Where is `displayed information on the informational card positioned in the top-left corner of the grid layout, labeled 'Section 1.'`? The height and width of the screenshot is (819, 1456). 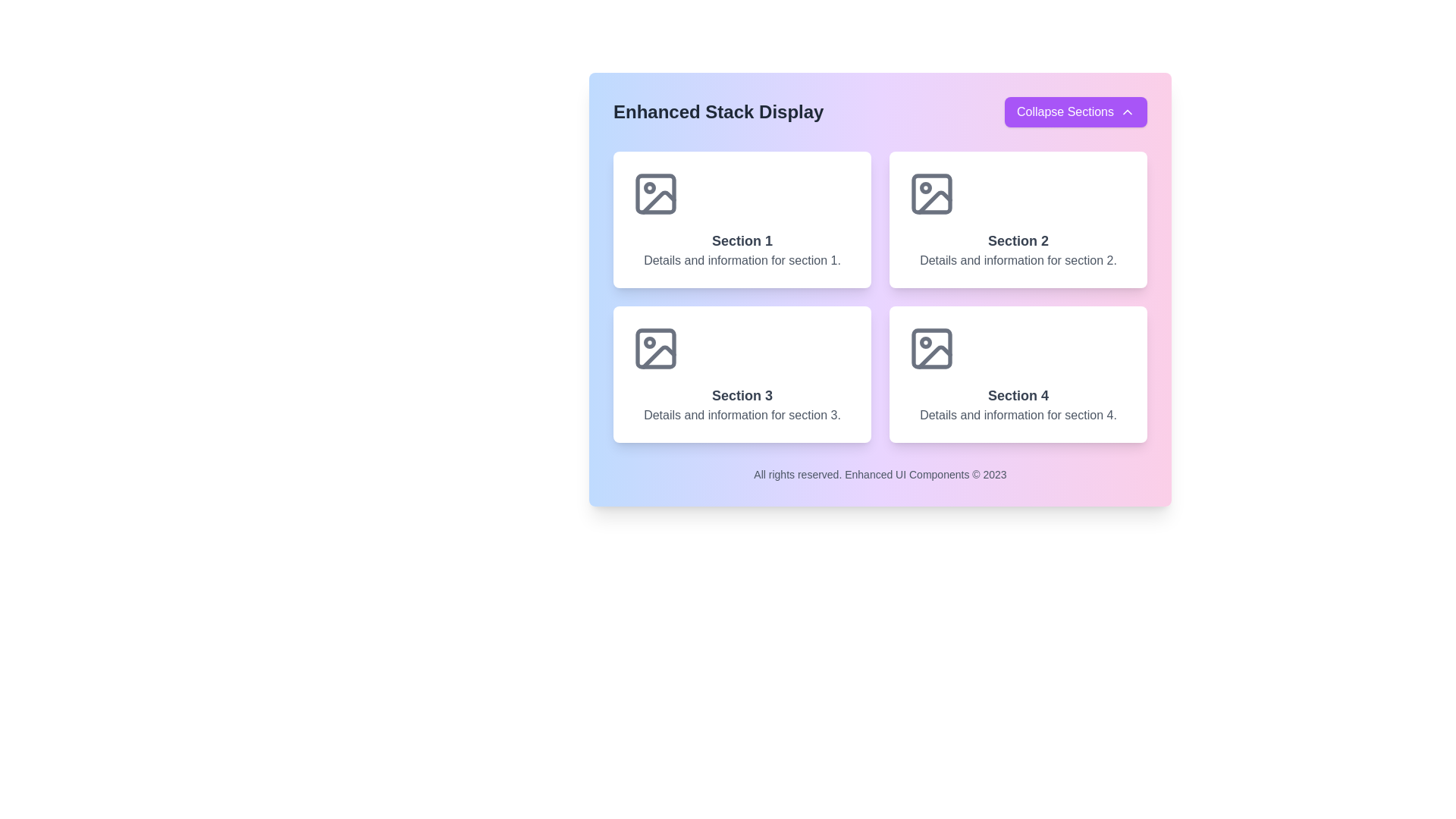 displayed information on the informational card positioned in the top-left corner of the grid layout, labeled 'Section 1.' is located at coordinates (742, 219).